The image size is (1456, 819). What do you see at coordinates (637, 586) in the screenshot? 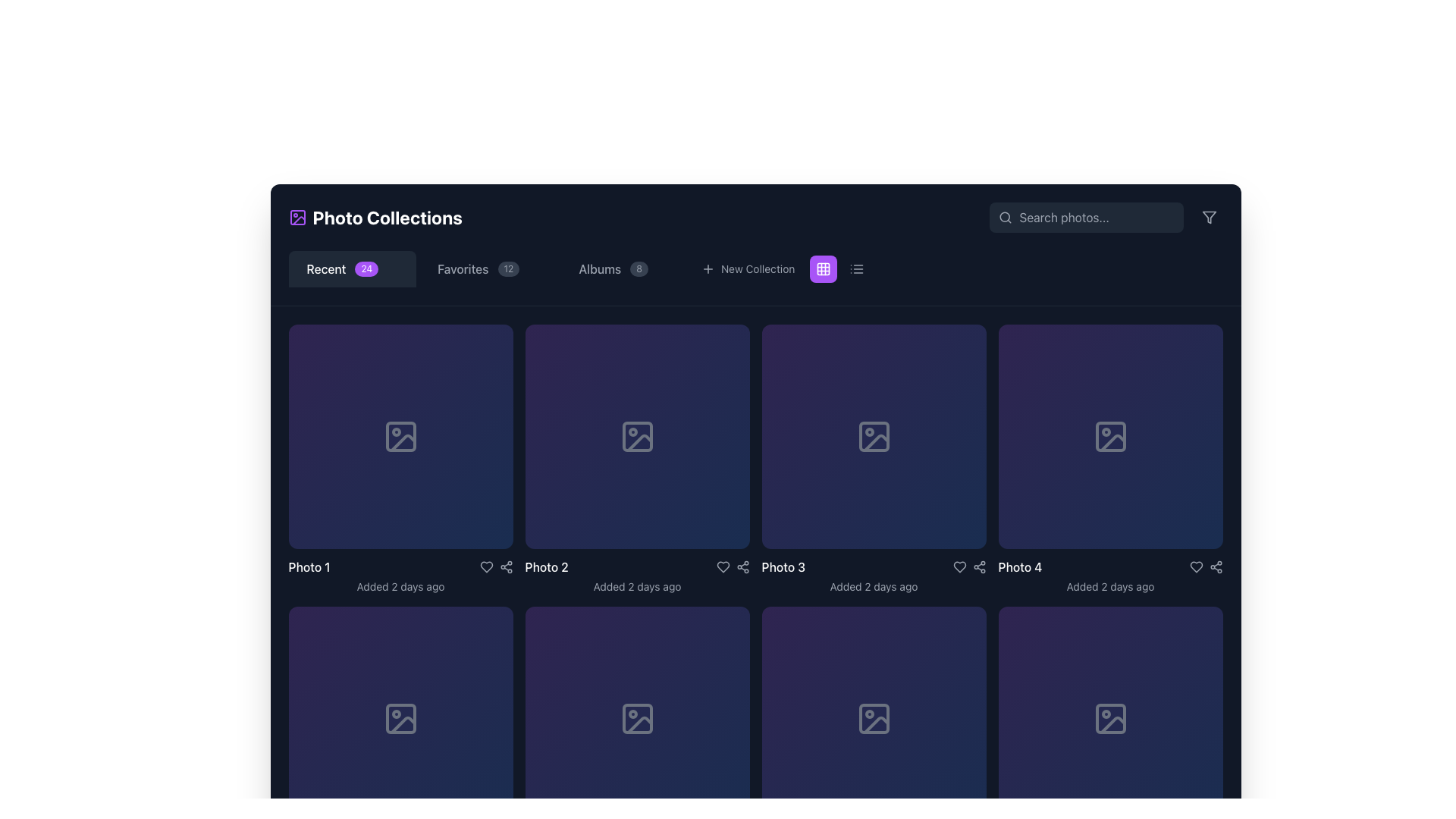
I see `message displayed in the Text label located directly below the 'Photo 2' title in the second cell of the grid layout` at bounding box center [637, 586].